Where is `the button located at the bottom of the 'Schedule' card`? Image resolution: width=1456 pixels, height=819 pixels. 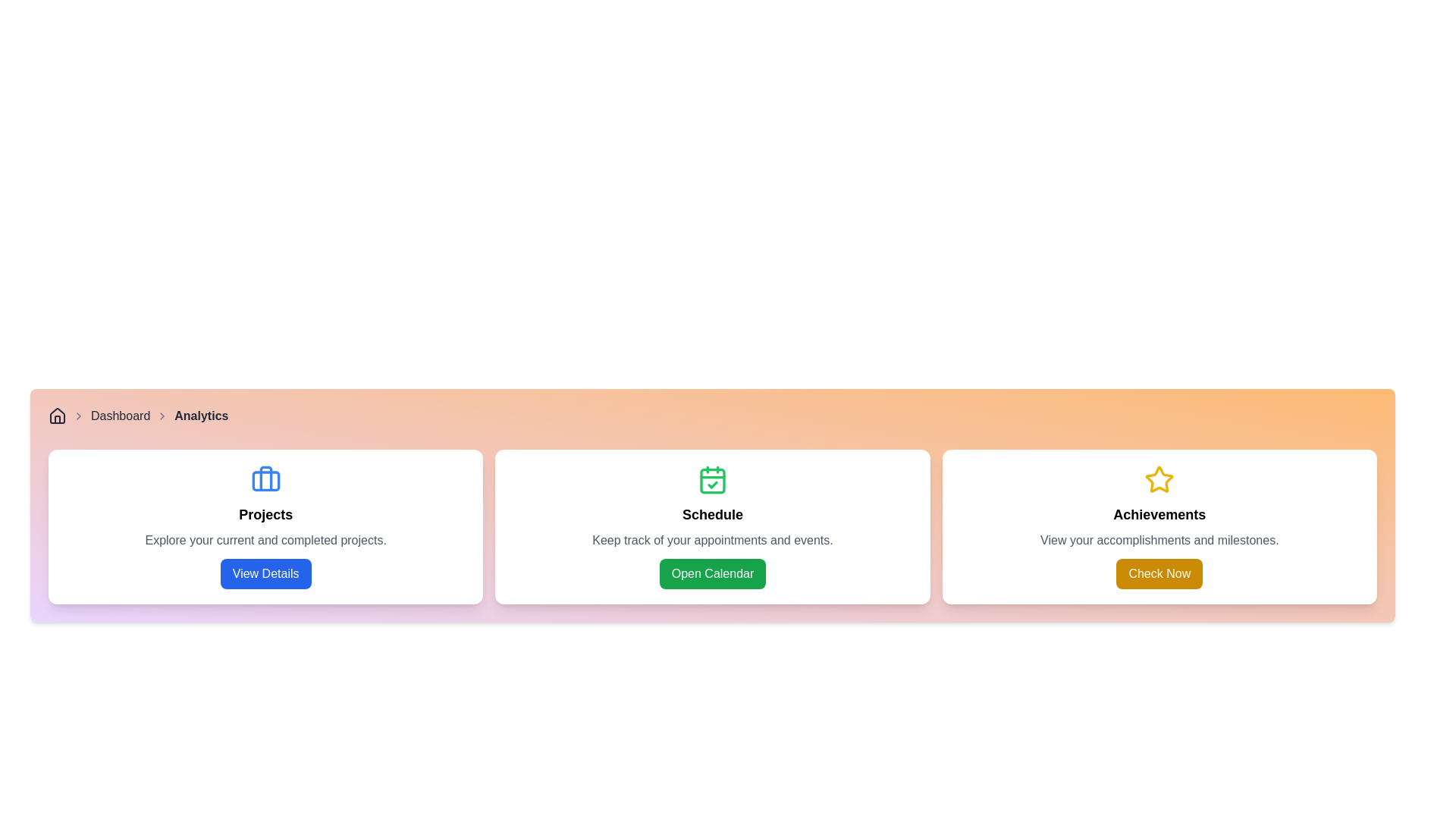 the button located at the bottom of the 'Schedule' card is located at coordinates (712, 573).